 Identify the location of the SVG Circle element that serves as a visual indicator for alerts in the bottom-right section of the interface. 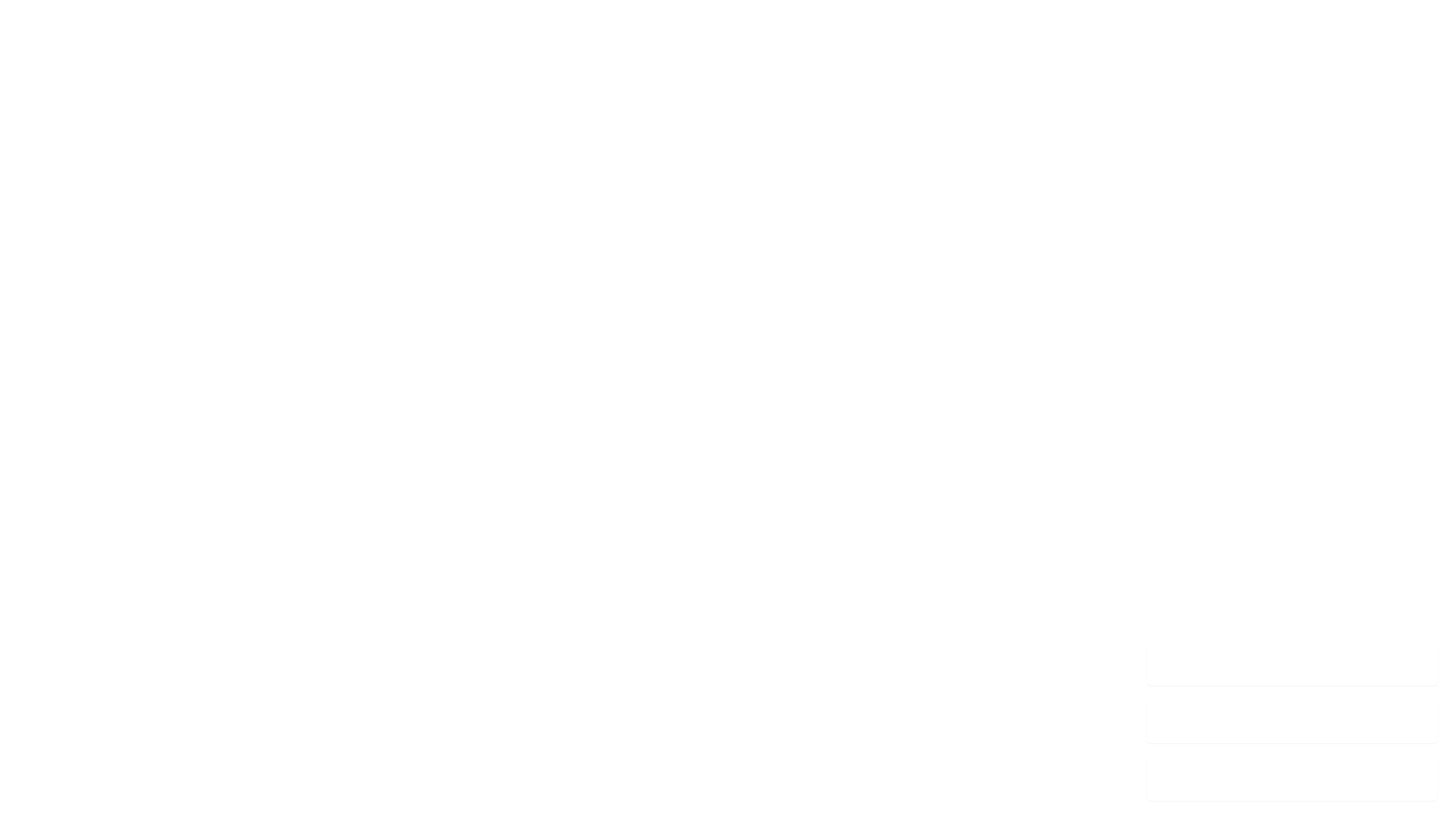
(1163, 778).